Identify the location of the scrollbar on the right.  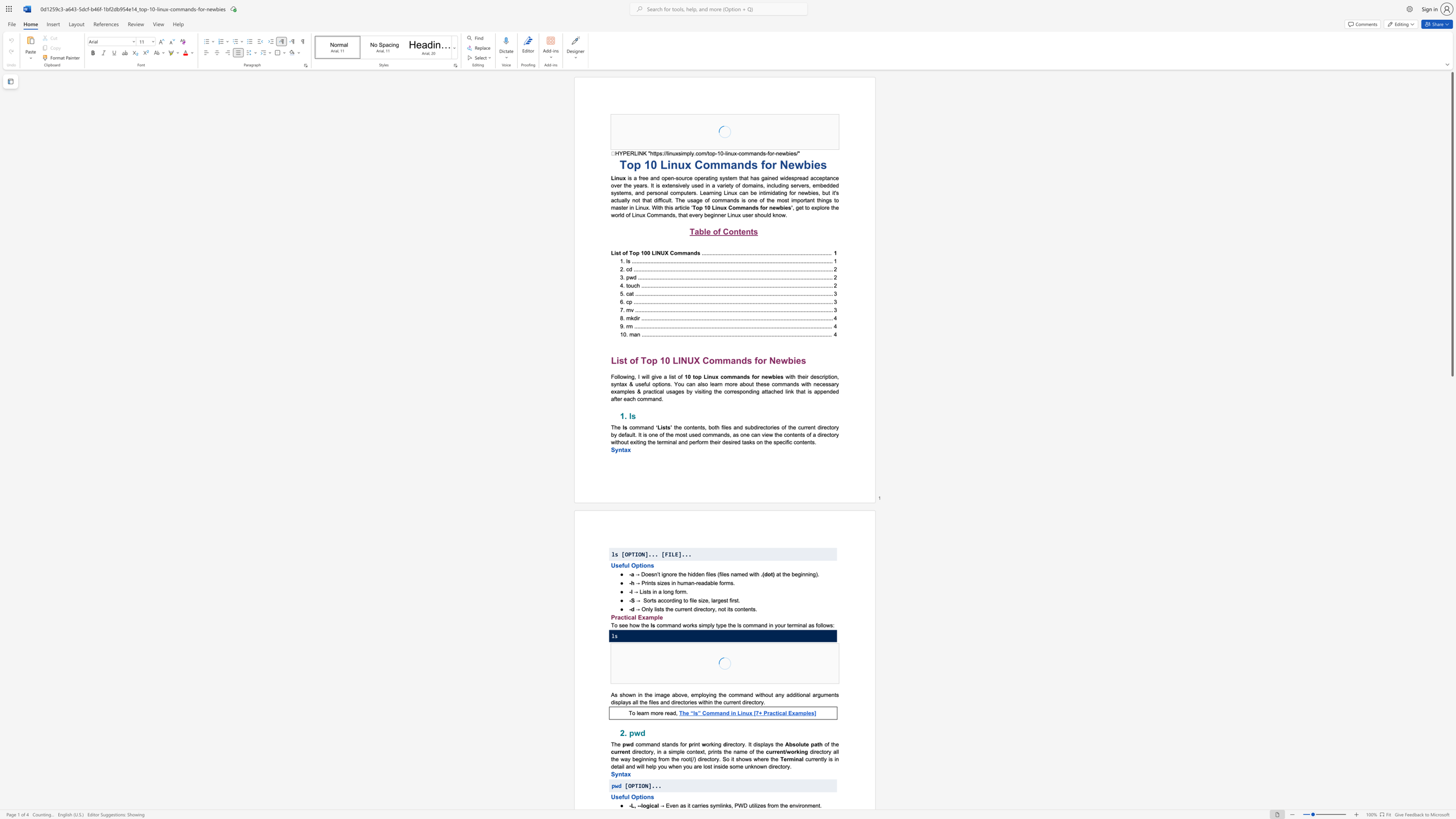
(1451, 636).